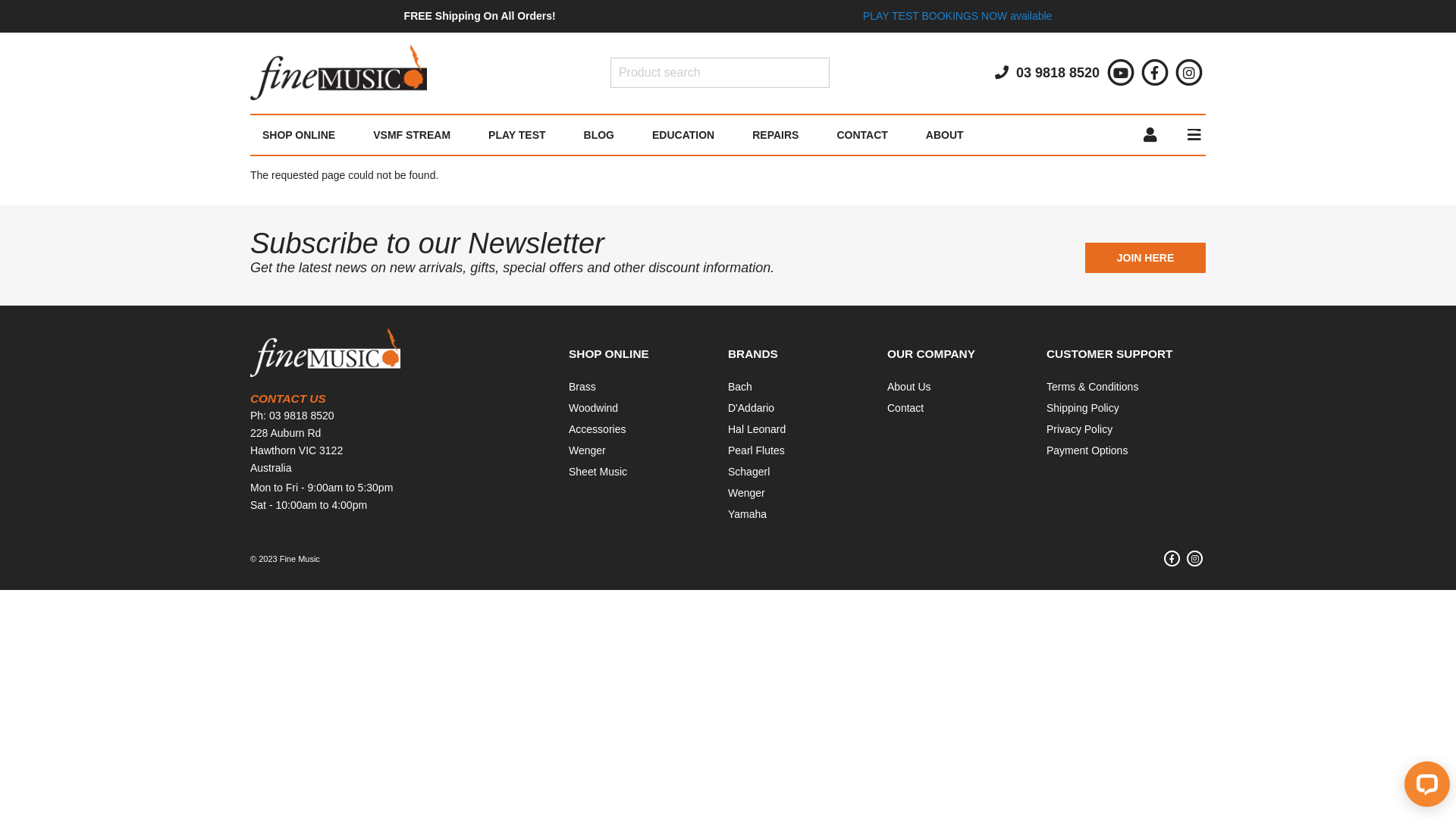  What do you see at coordinates (479, 15) in the screenshot?
I see `'FREE Shipping On All Orders!'` at bounding box center [479, 15].